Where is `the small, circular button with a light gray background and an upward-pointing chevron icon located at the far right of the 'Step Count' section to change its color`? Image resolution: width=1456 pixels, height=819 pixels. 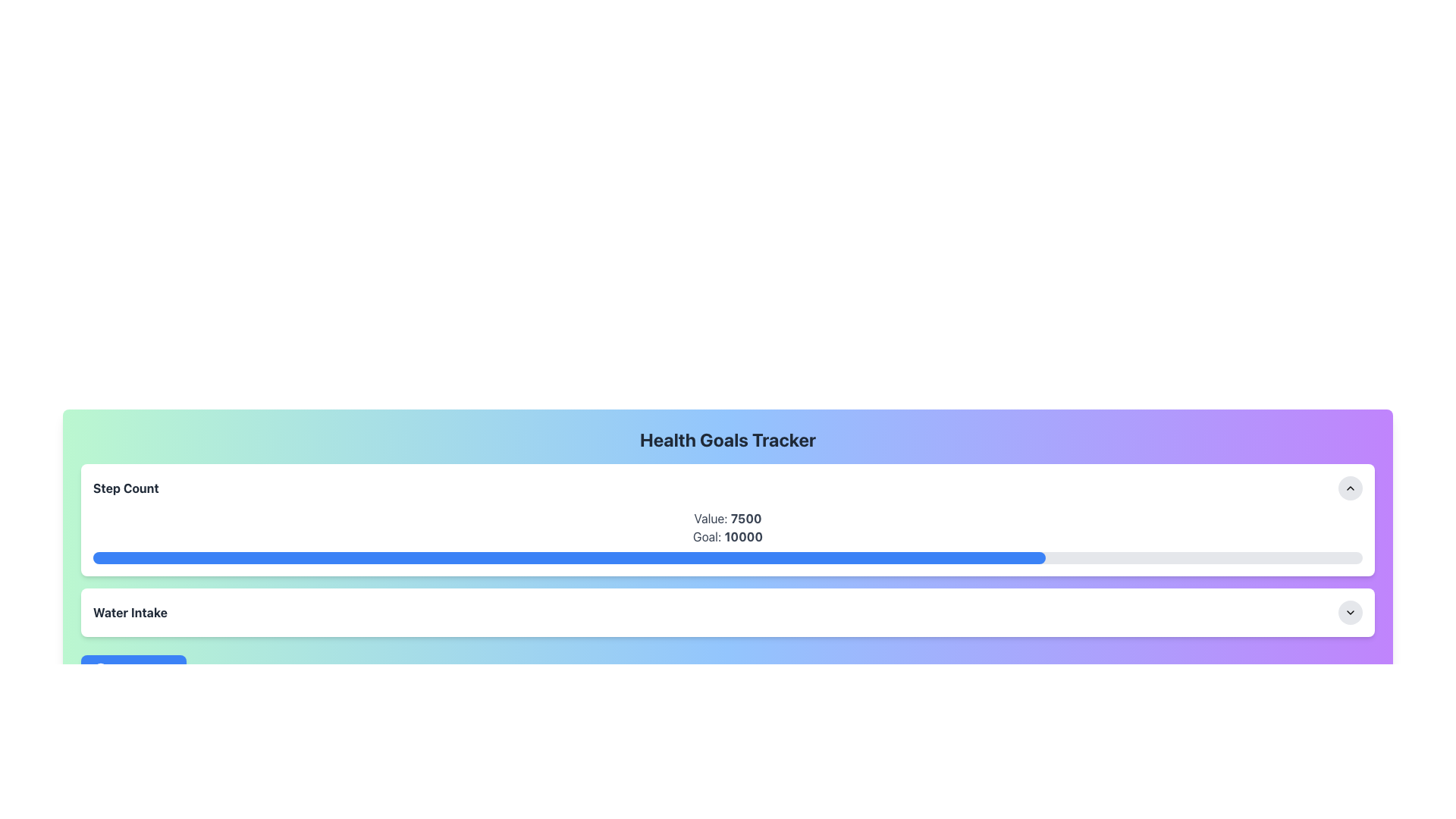 the small, circular button with a light gray background and an upward-pointing chevron icon located at the far right of the 'Step Count' section to change its color is located at coordinates (1350, 488).